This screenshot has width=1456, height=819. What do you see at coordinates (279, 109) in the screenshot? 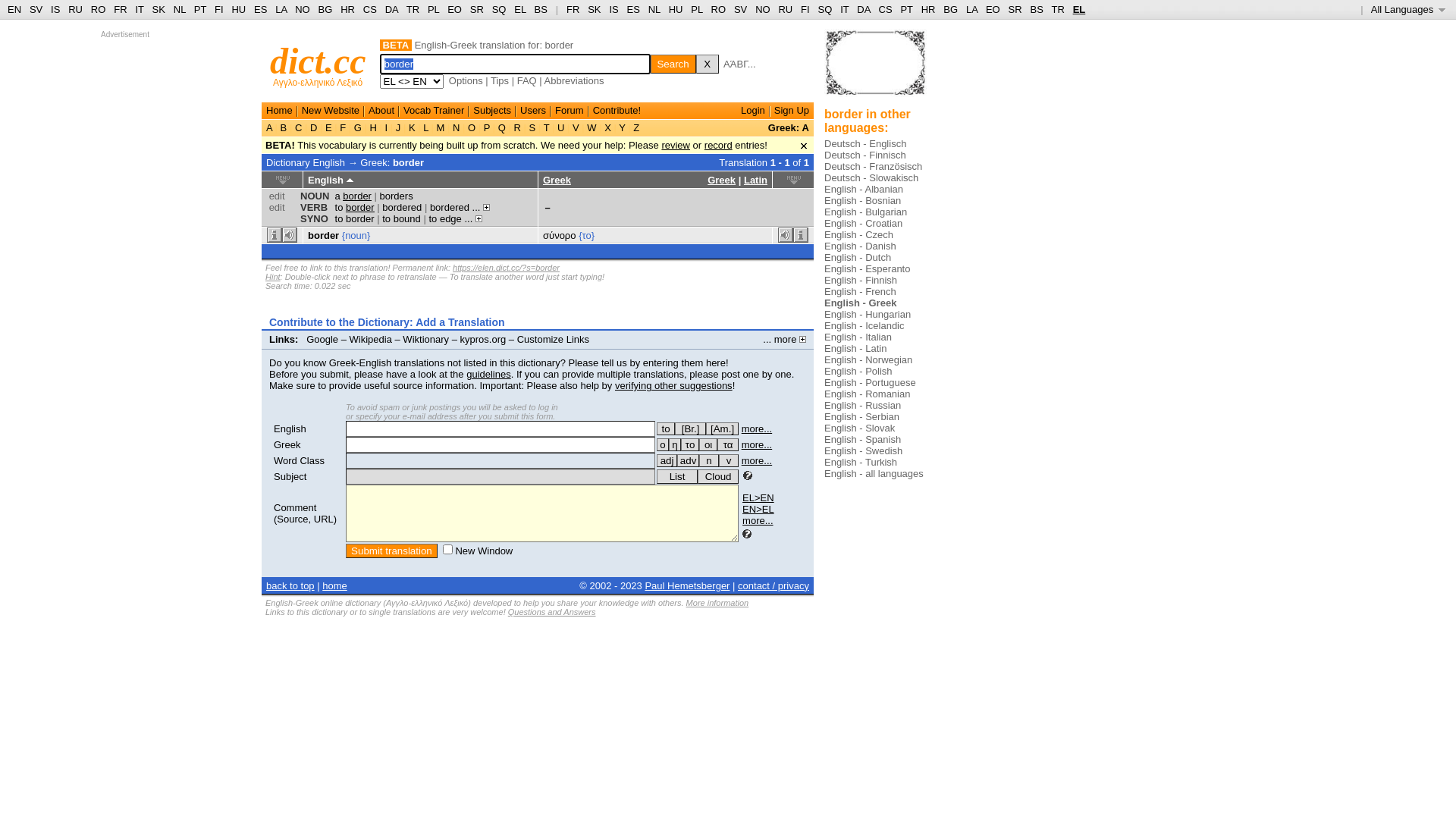
I see `'Home'` at bounding box center [279, 109].